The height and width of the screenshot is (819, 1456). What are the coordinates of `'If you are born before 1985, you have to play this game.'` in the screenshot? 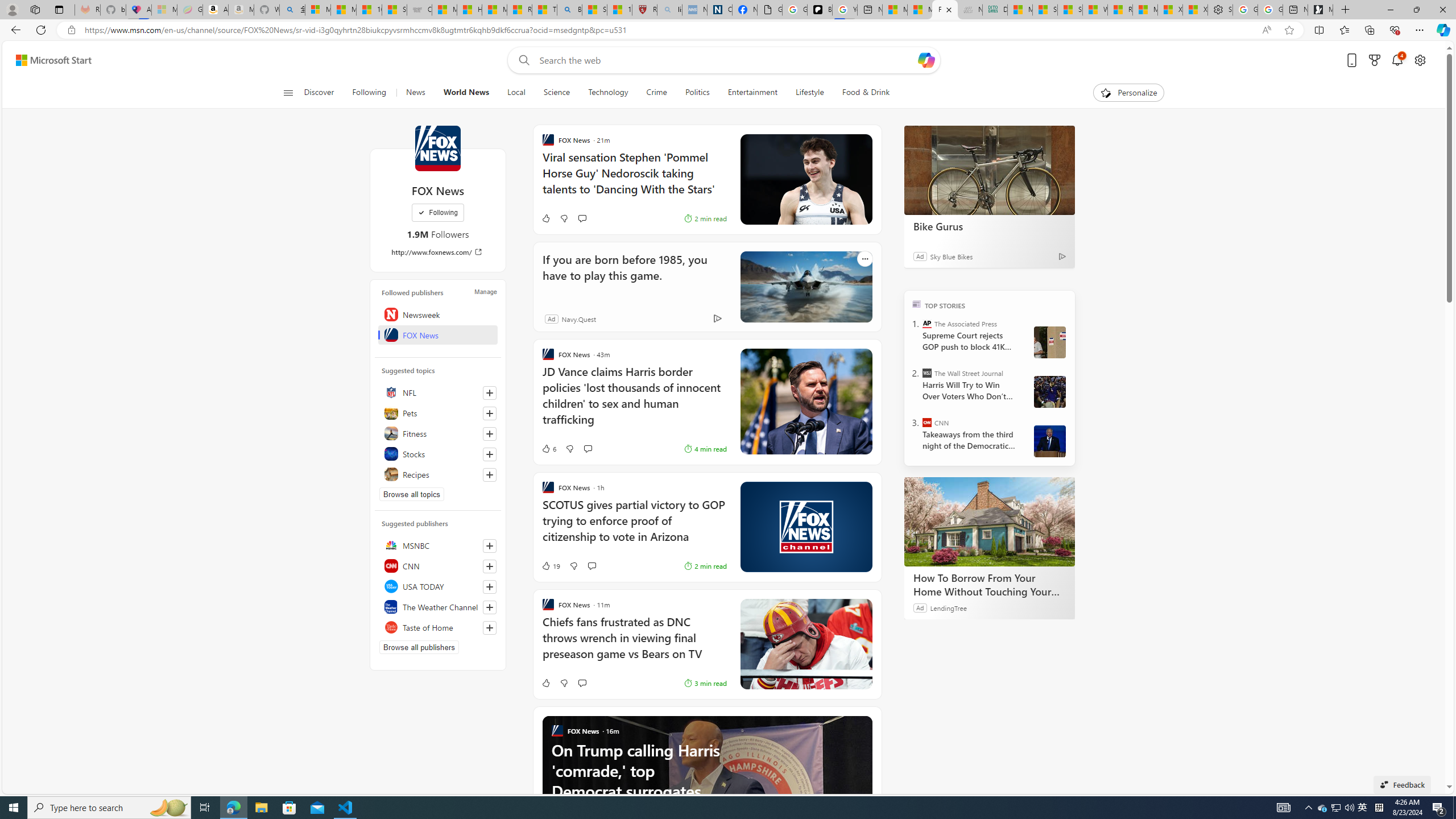 It's located at (805, 286).